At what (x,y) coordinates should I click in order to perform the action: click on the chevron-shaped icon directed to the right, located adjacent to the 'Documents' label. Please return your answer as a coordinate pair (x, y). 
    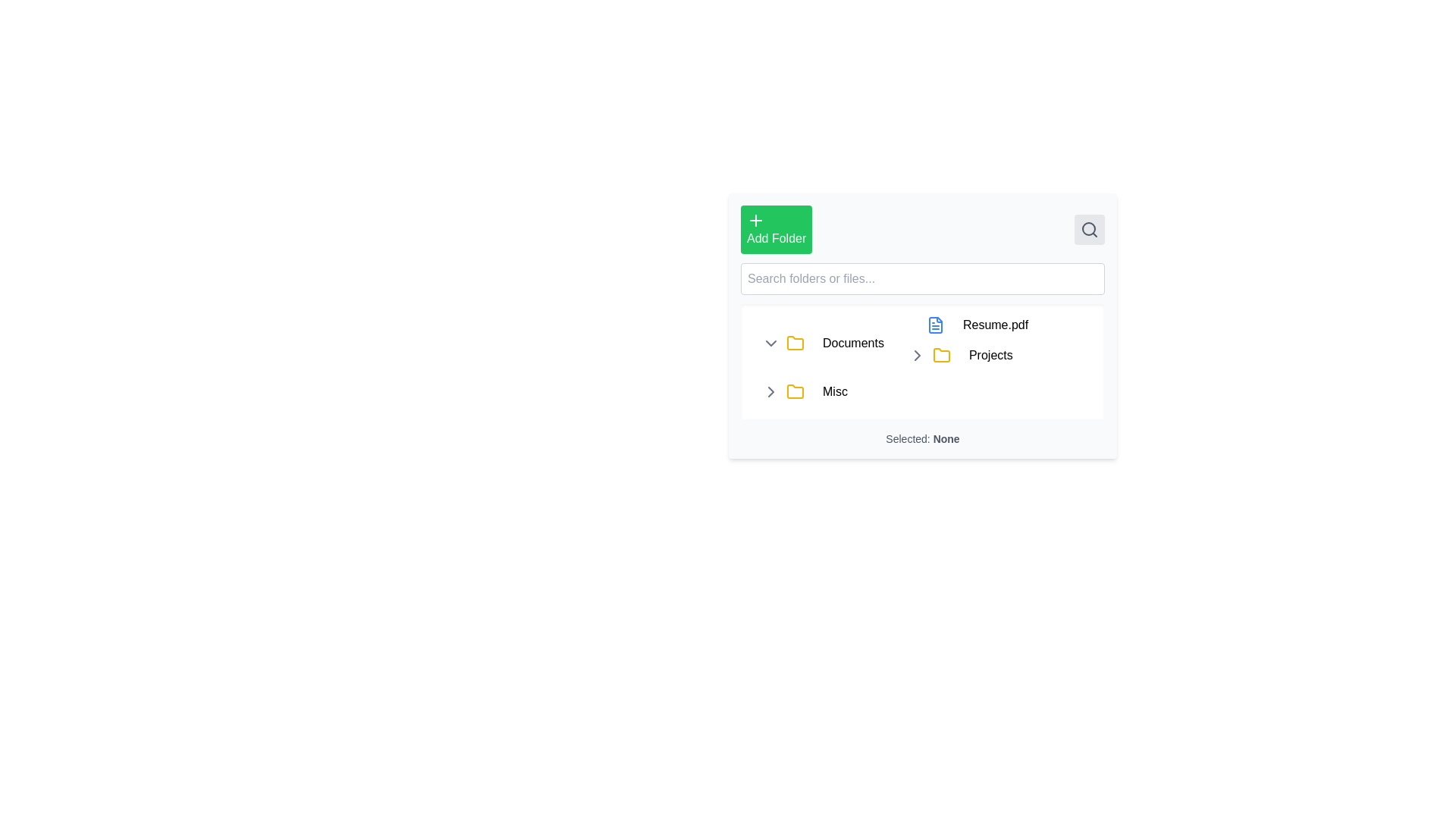
    Looking at the image, I should click on (916, 356).